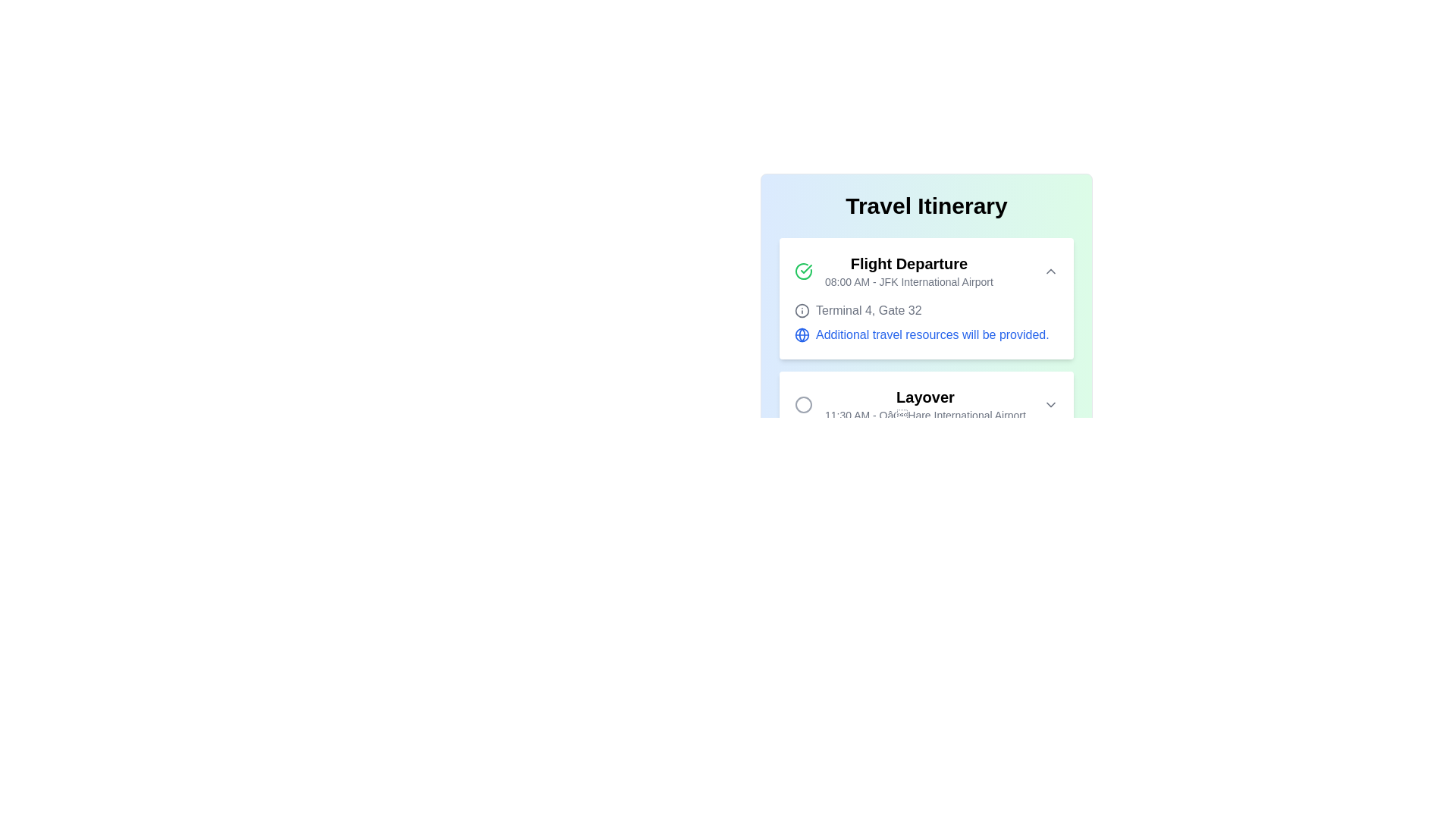  I want to click on displayed text of the informational element labeled 'Flight Departure' with the time '08:00 AM - JFK International Airport', which includes a green checkmark icon and is located at the top section of a flight itinerary interface, so click(893, 271).